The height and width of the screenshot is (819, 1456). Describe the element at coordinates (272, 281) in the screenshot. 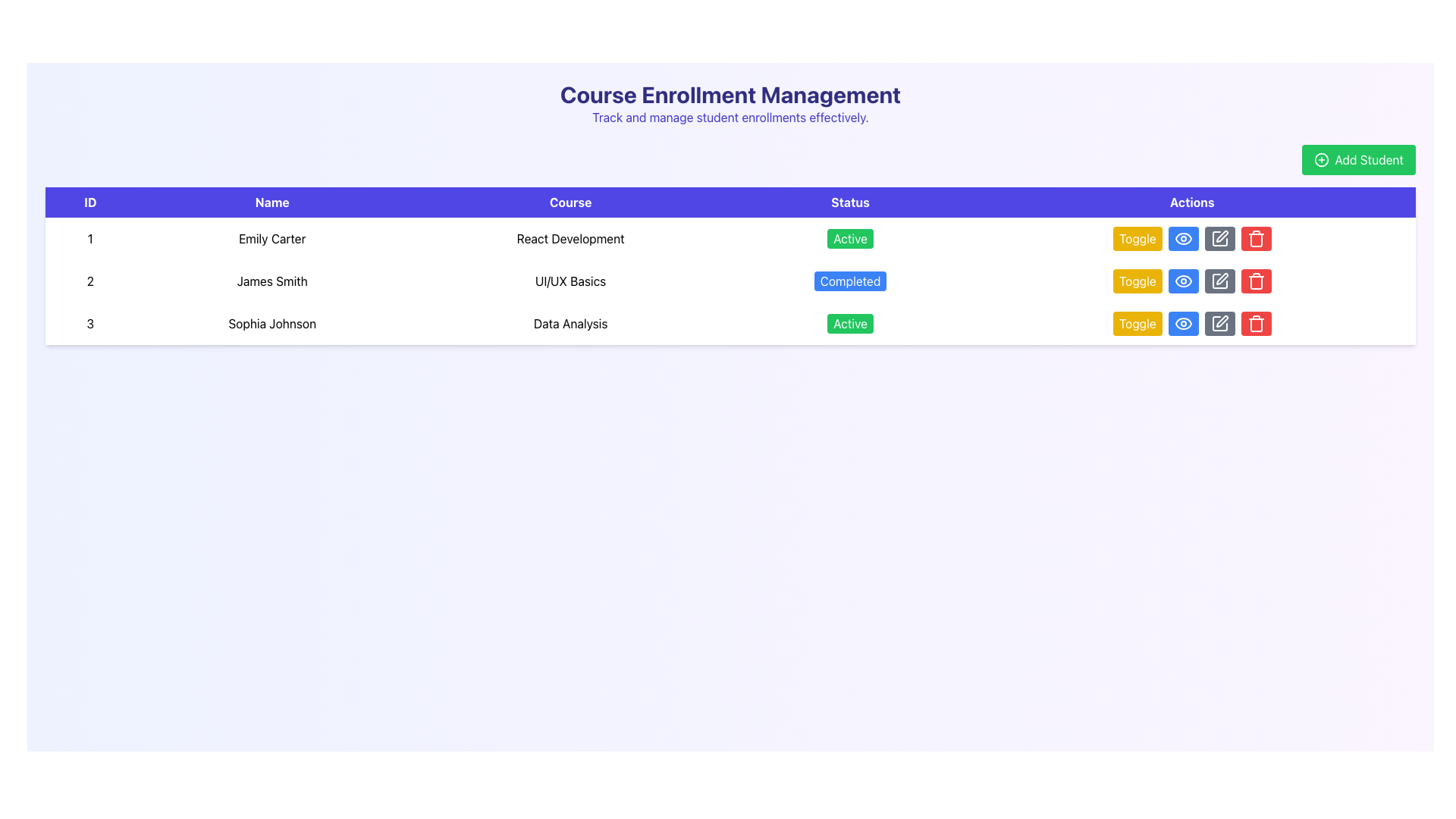

I see `the static text element displaying the name 'James Smith' in the second row of the 'Name' column of the data table` at that location.